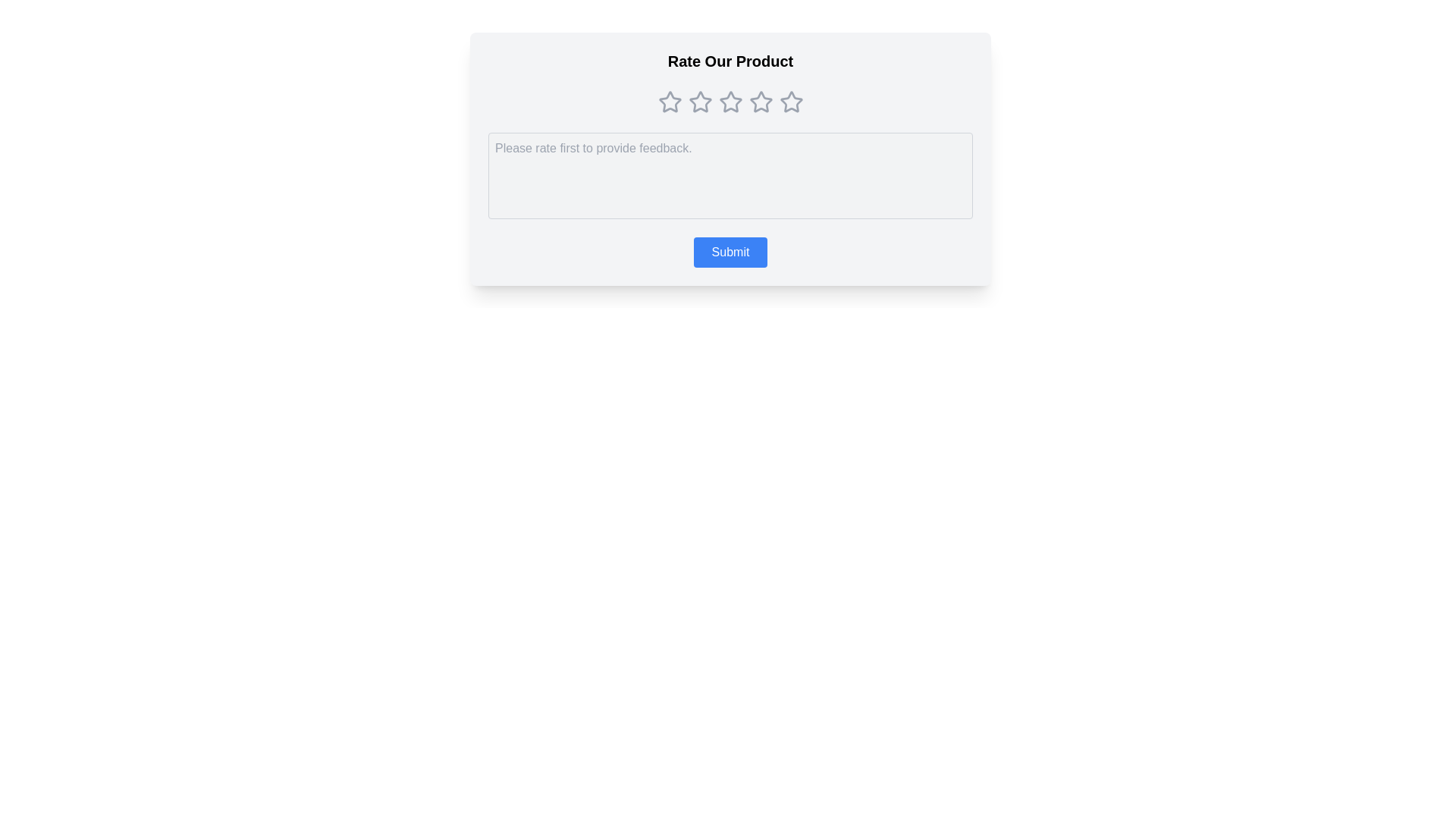  I want to click on the fourth star-shaped icon in the rating system, which is filled and selected, located beneath the title 'Rate Our Product', so click(761, 102).